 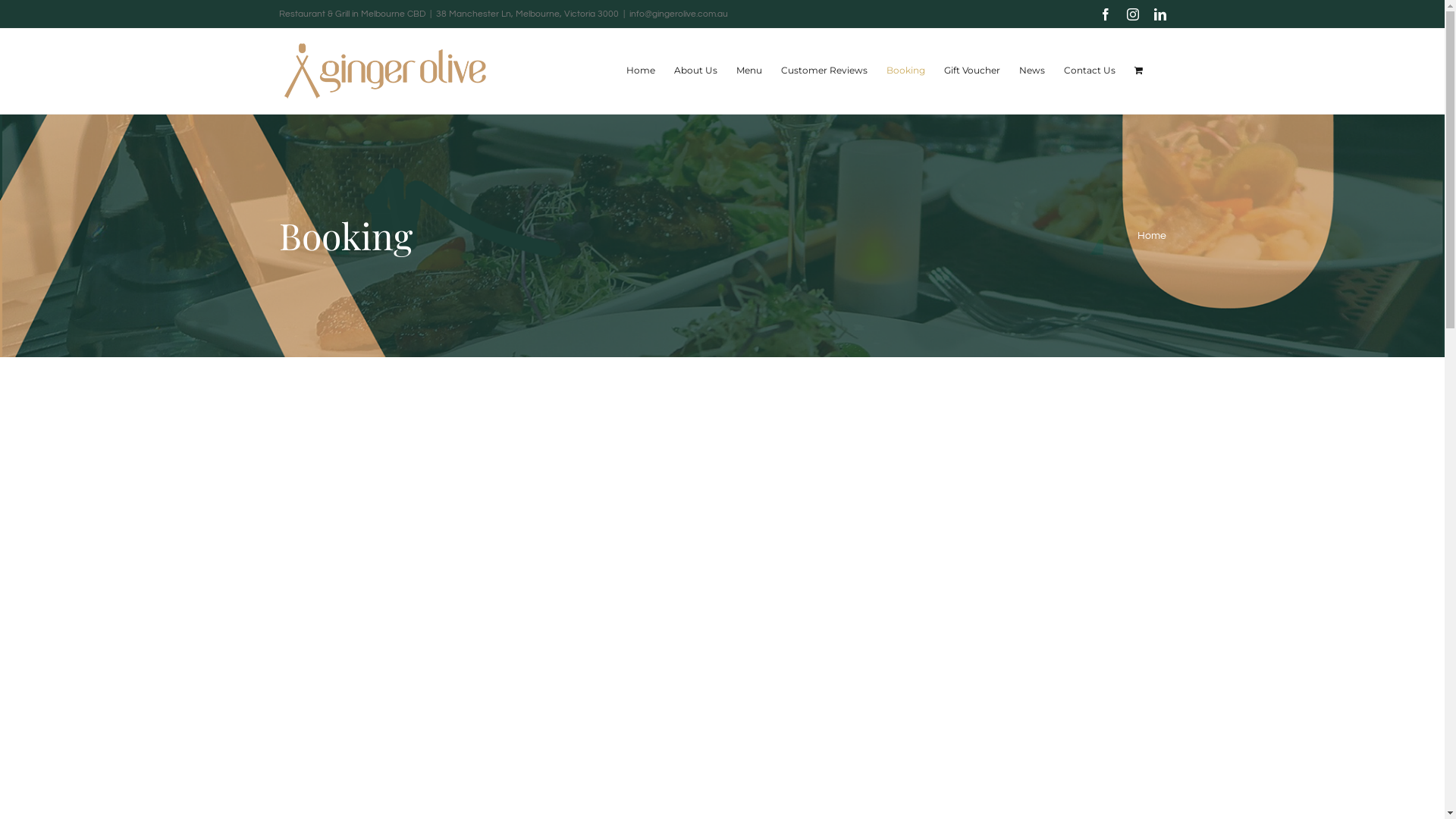 I want to click on 'Customer Reviews', so click(x=781, y=70).